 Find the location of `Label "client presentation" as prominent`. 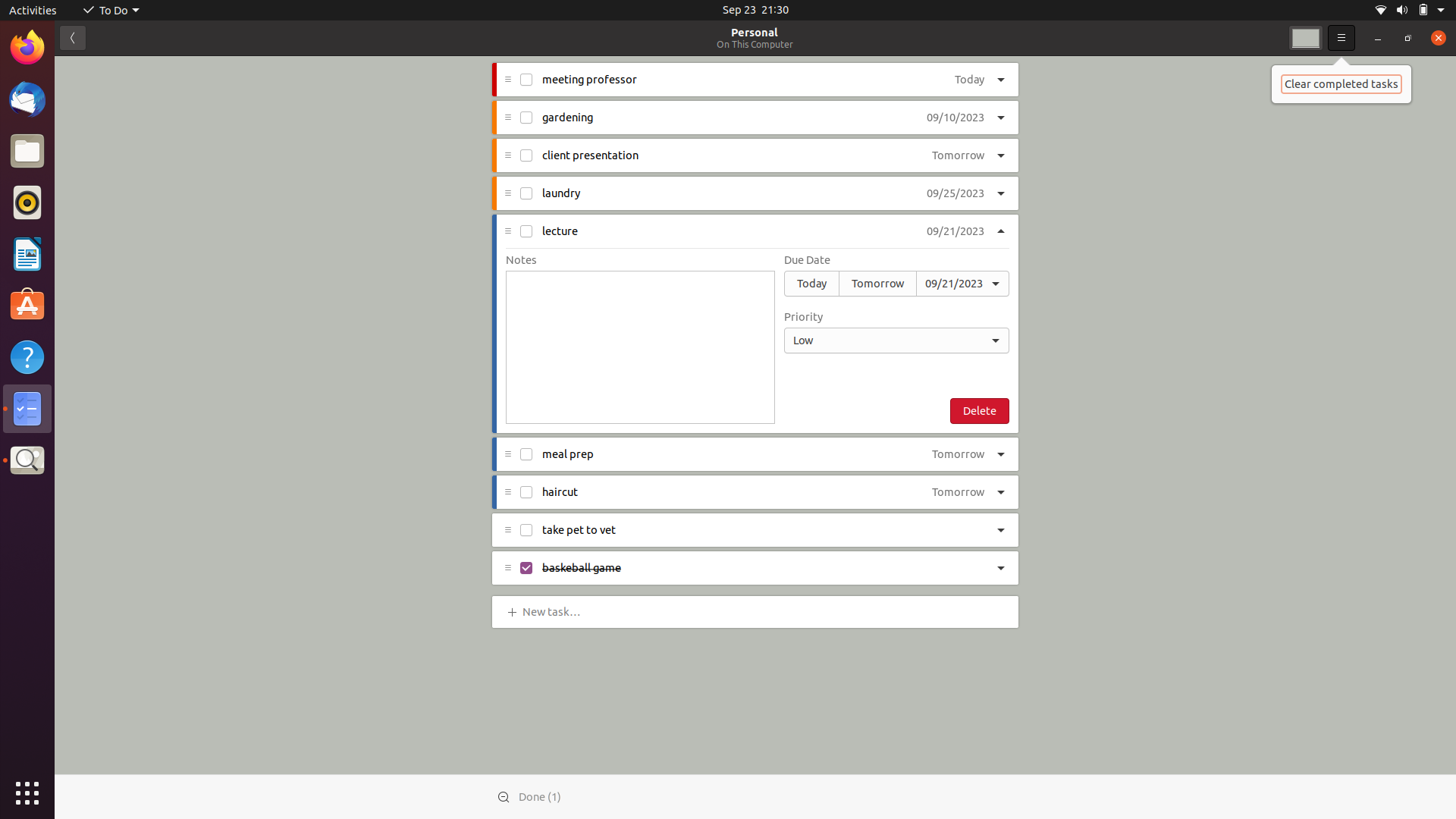

Label "client presentation" as prominent is located at coordinates (1002, 155).